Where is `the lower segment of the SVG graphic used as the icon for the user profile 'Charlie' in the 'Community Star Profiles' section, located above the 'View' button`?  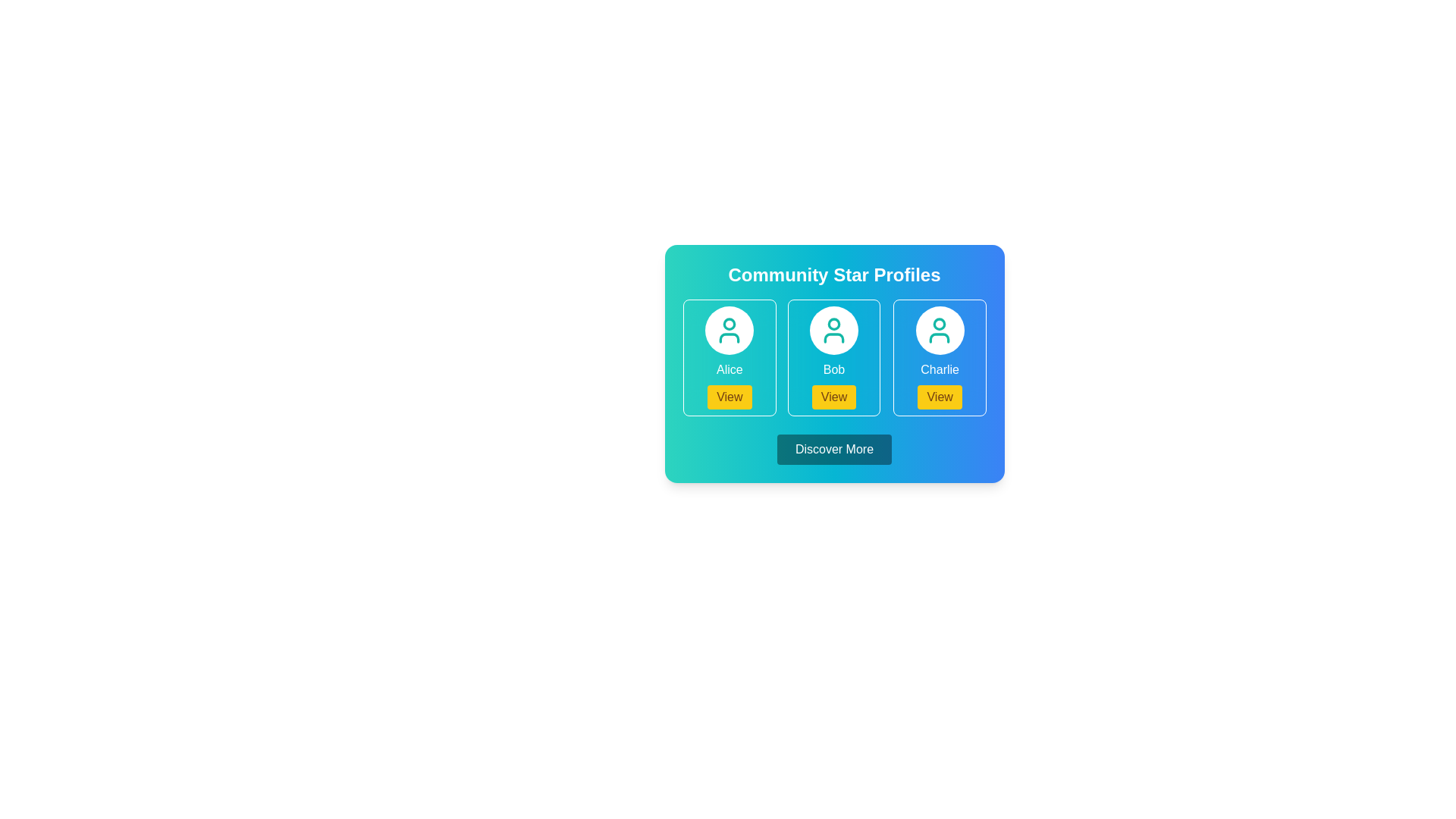 the lower segment of the SVG graphic used as the icon for the user profile 'Charlie' in the 'Community Star Profiles' section, located above the 'View' button is located at coordinates (939, 337).